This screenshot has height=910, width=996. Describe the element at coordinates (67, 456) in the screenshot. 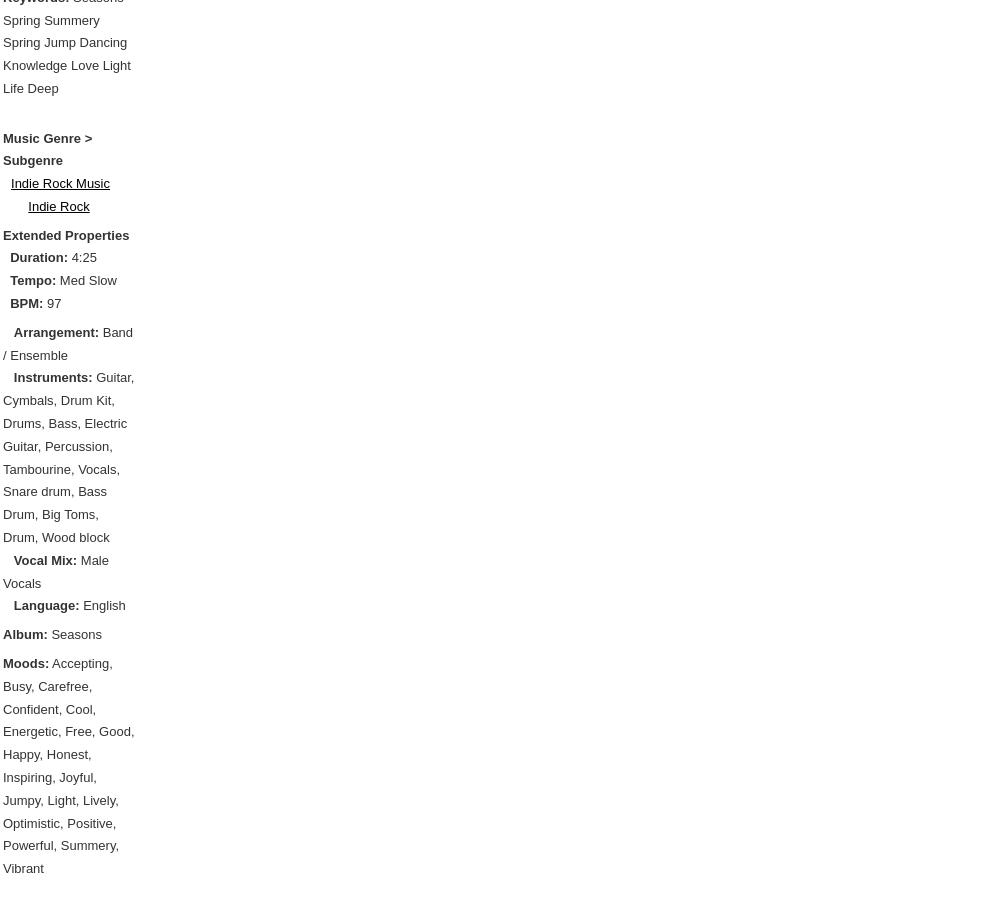

I see `'Guitar, Cymbals, Drum Kit, Drums, Bass, Electric Guitar, Percussion, Tambourine, Vocals, Snare drum, Bass Drum, Big Toms, Drum, Wood block'` at that location.